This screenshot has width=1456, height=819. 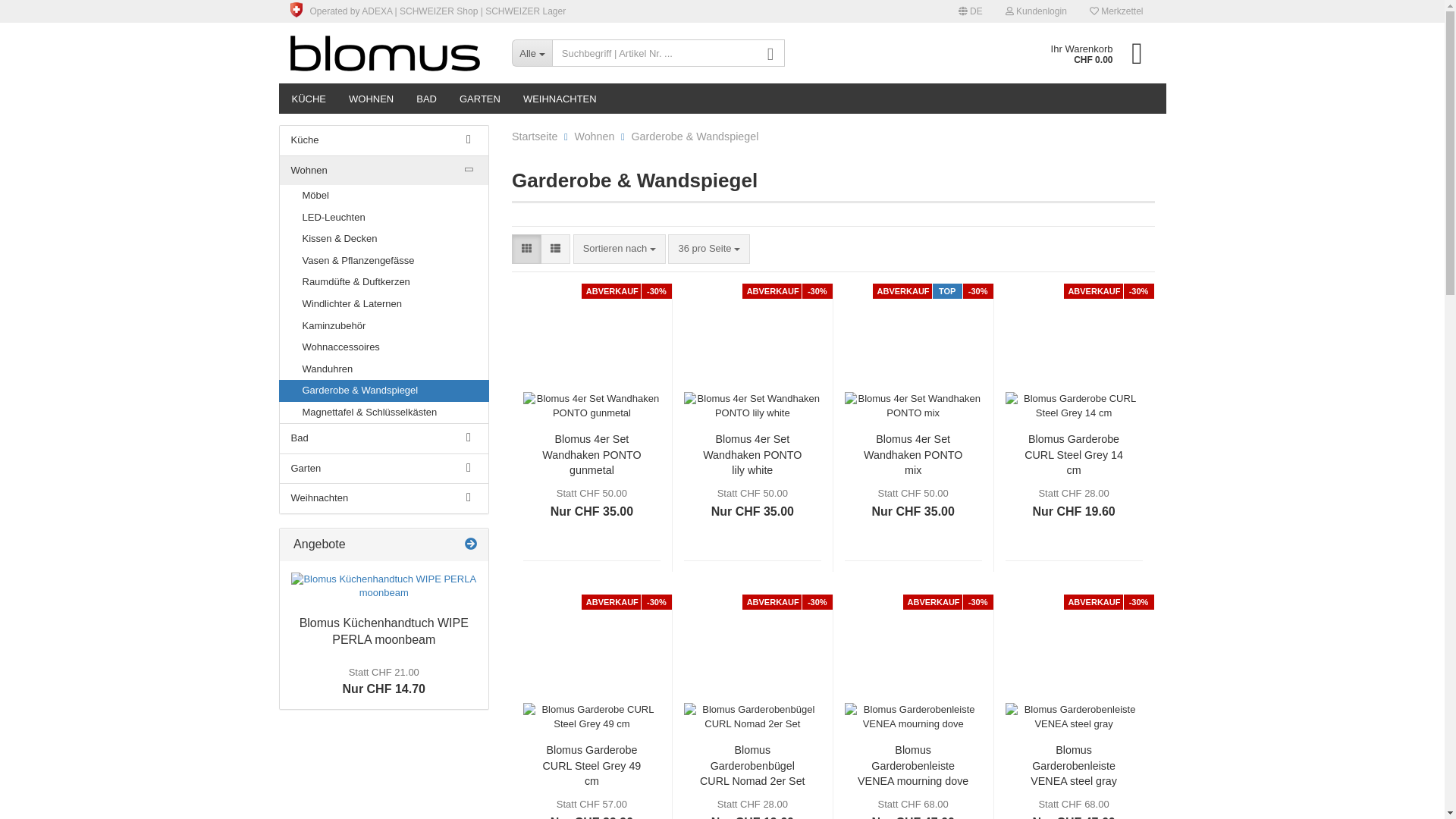 I want to click on 'Alle', so click(x=532, y=52).